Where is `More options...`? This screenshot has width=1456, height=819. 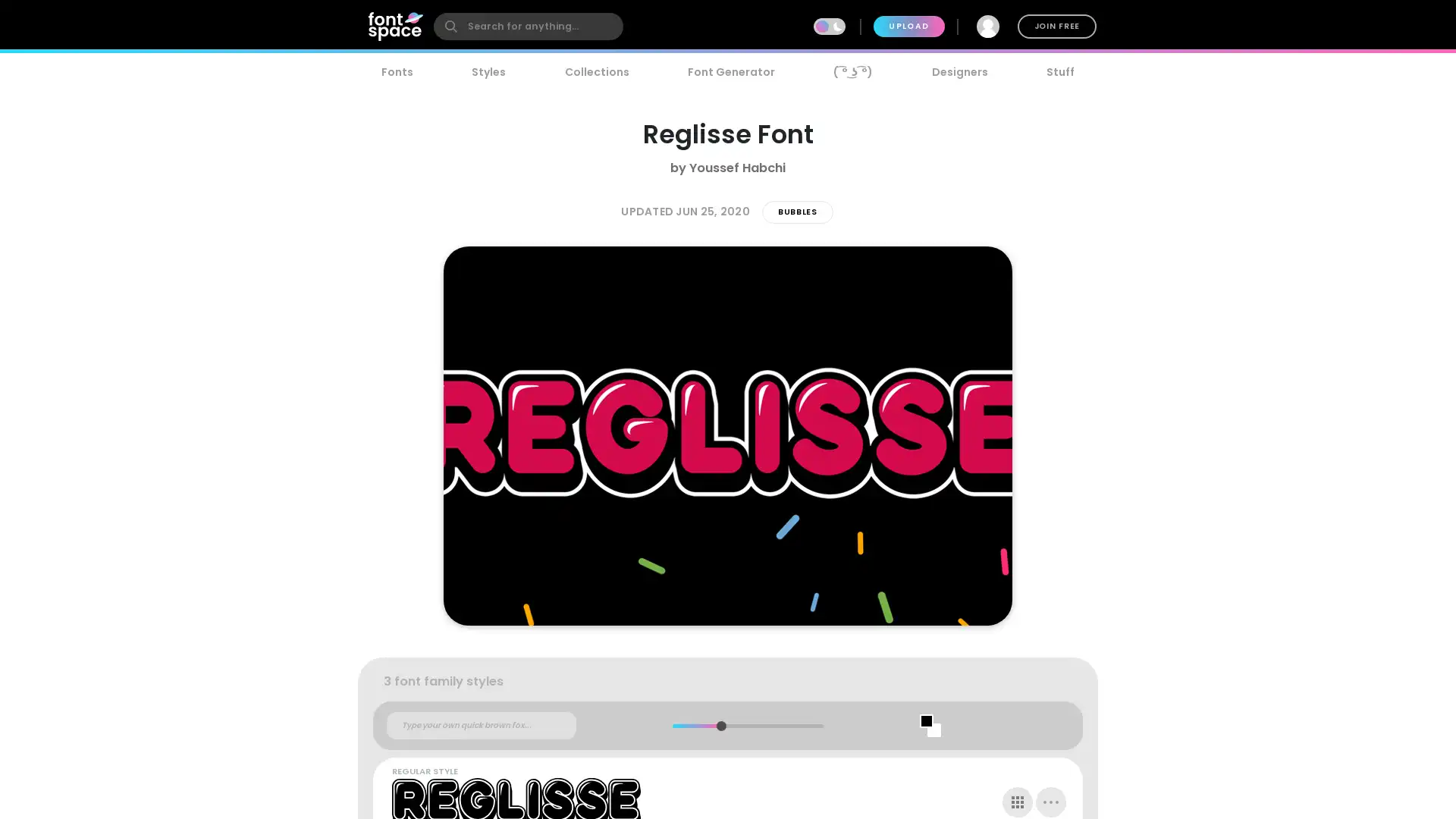
More options... is located at coordinates (1050, 801).